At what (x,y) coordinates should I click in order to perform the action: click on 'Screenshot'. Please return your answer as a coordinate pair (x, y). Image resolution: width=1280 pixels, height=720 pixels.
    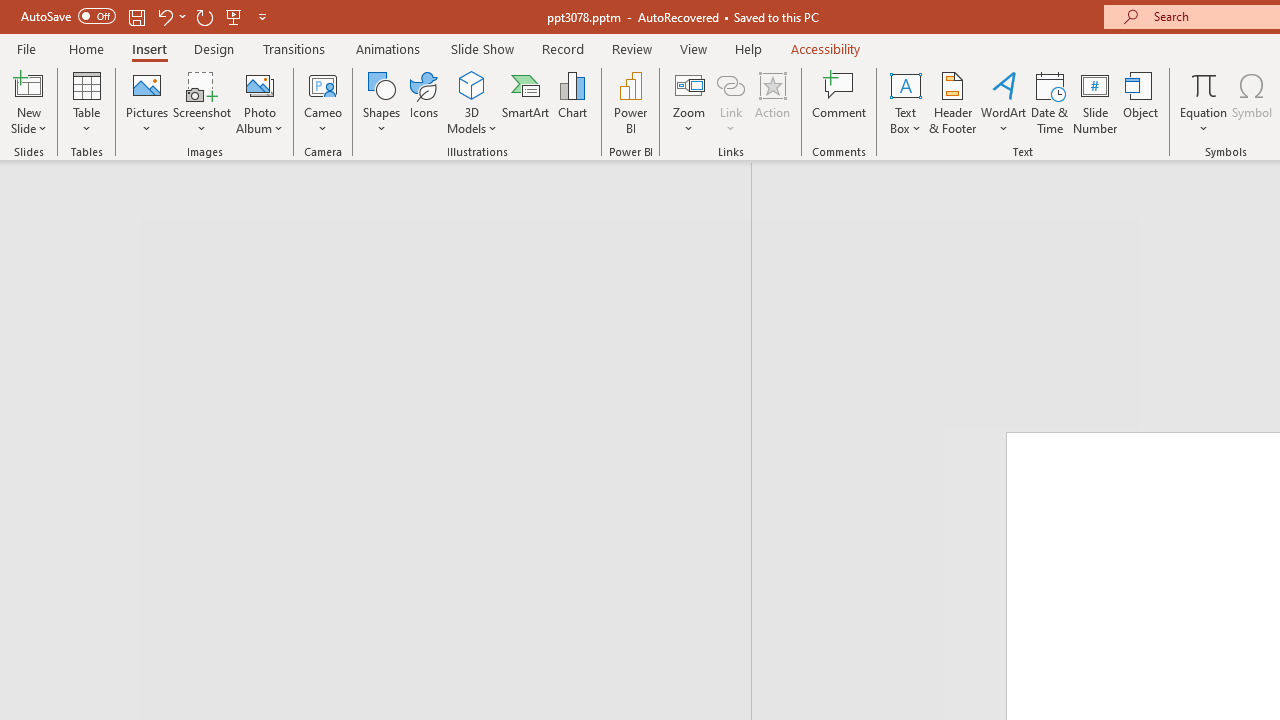
    Looking at the image, I should click on (202, 103).